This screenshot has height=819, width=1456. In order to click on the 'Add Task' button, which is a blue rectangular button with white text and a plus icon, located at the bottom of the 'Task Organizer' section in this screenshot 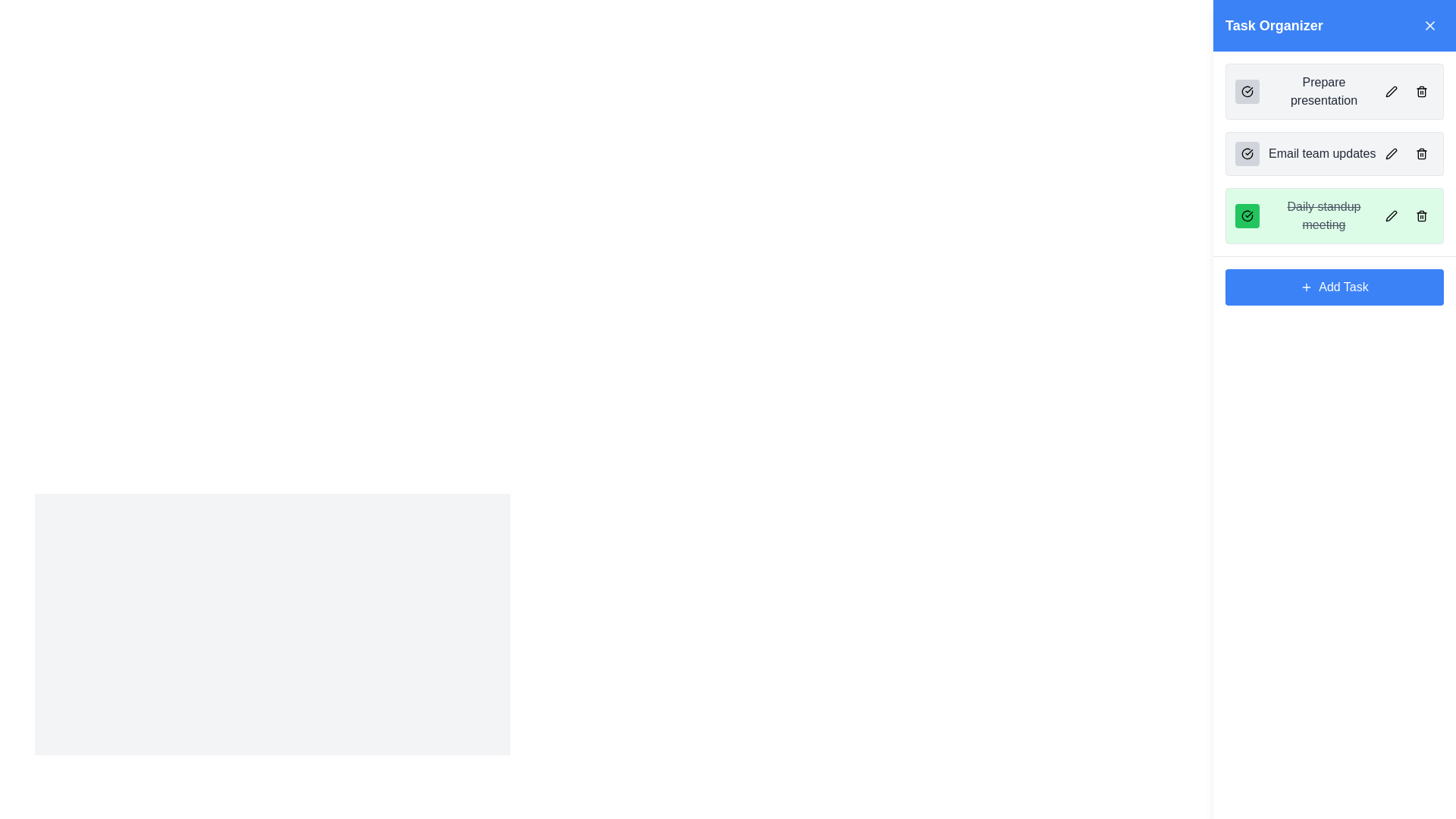, I will do `click(1343, 287)`.